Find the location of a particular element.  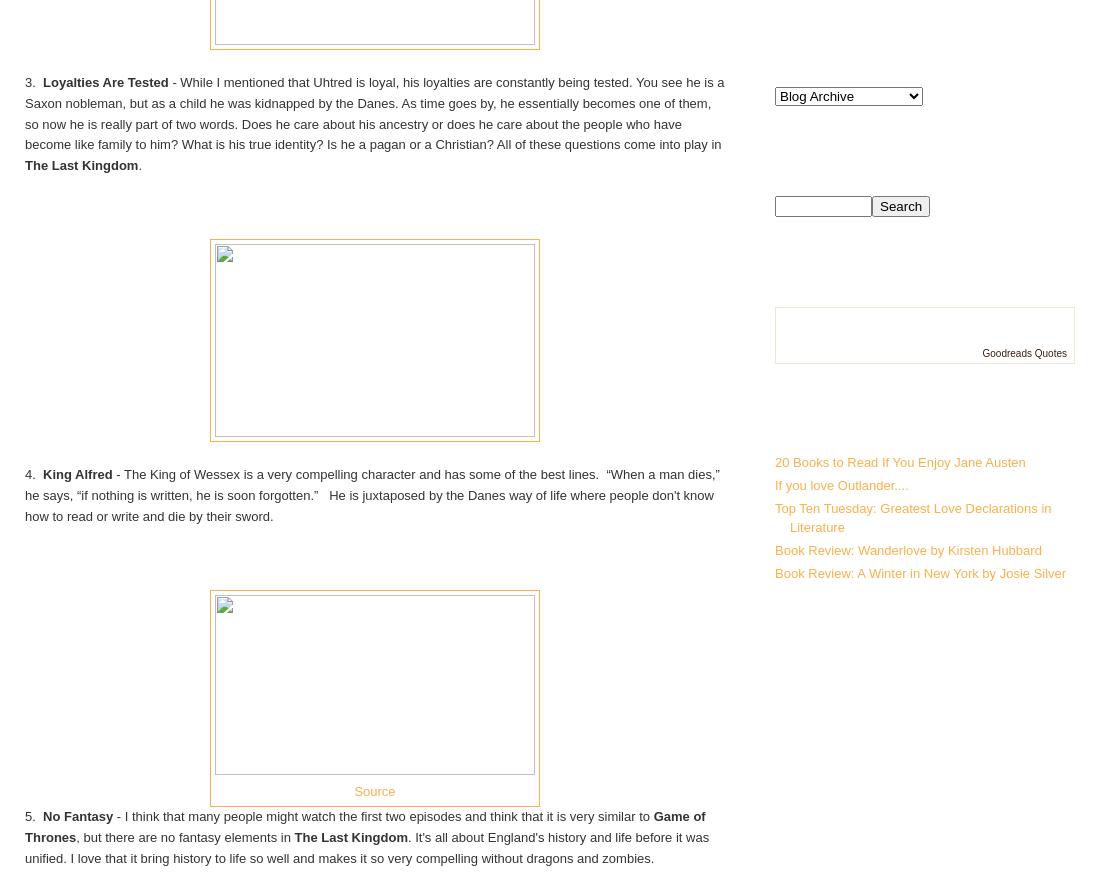

'Popular Posts:' is located at coordinates (870, 420).